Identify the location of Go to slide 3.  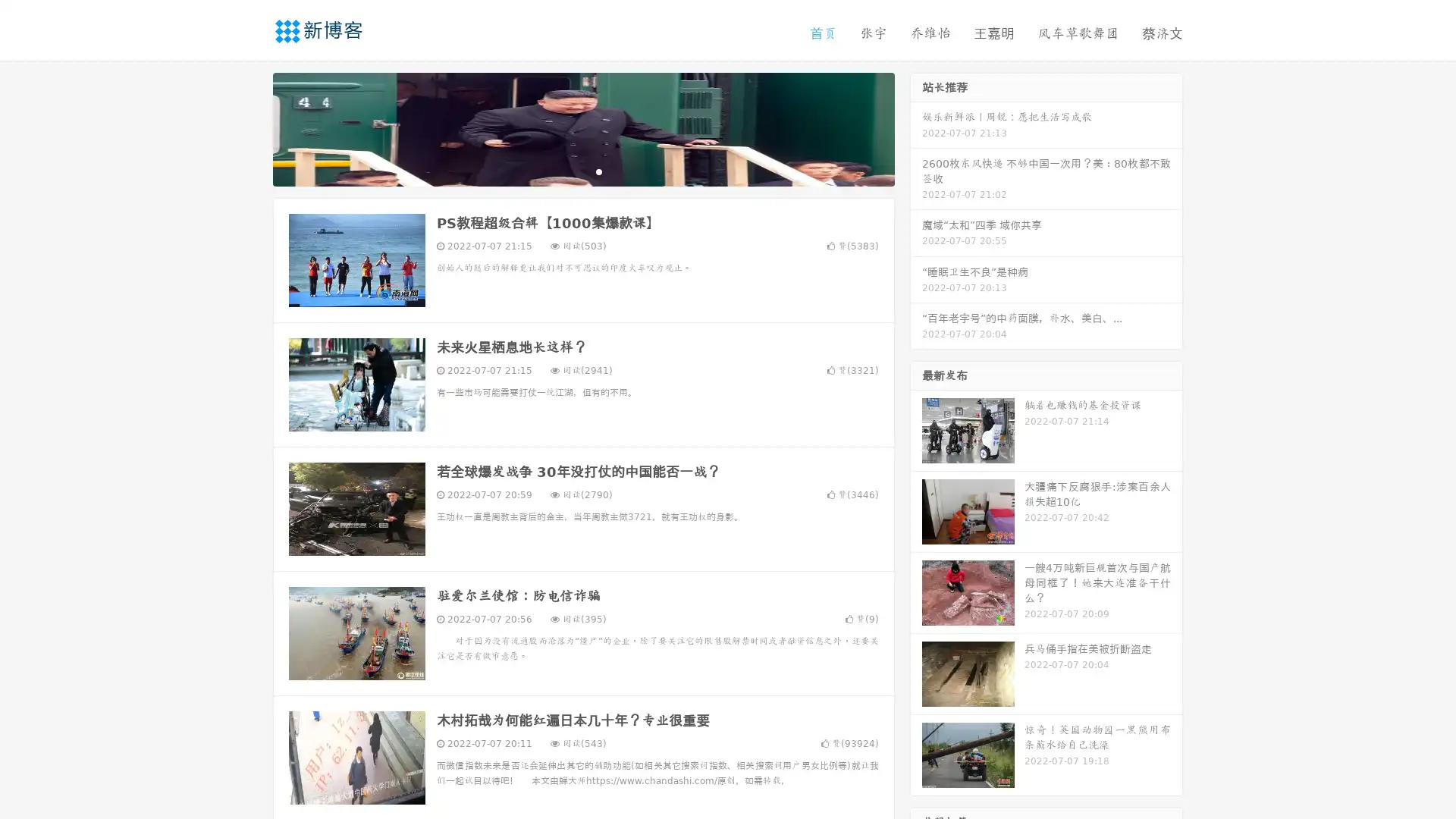
(598, 171).